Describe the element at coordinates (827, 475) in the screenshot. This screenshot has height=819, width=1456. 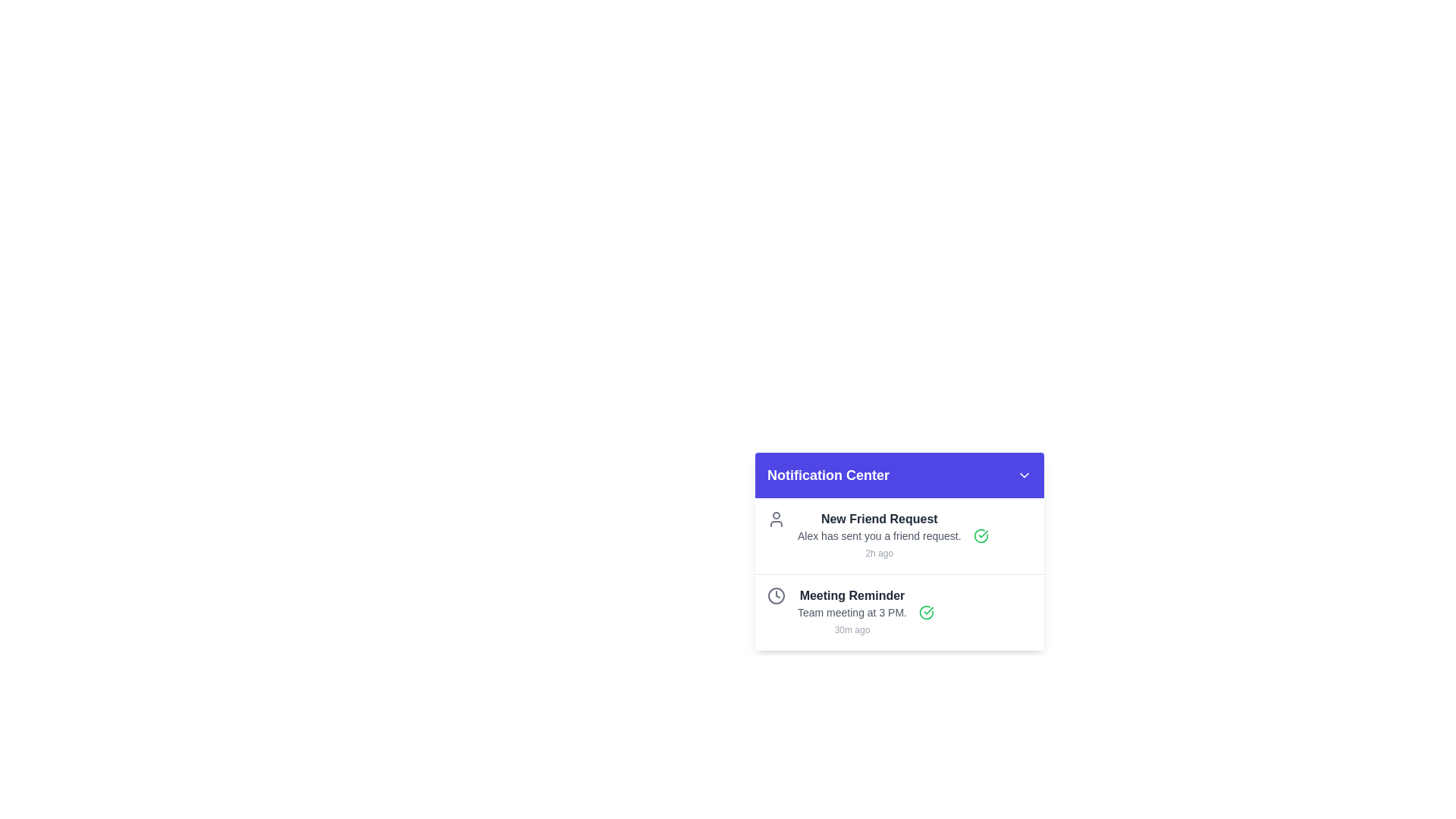
I see `the 'Notification Center' text label, which is displayed in bold white font against an indigo background, located at the top of the notification panel` at that location.